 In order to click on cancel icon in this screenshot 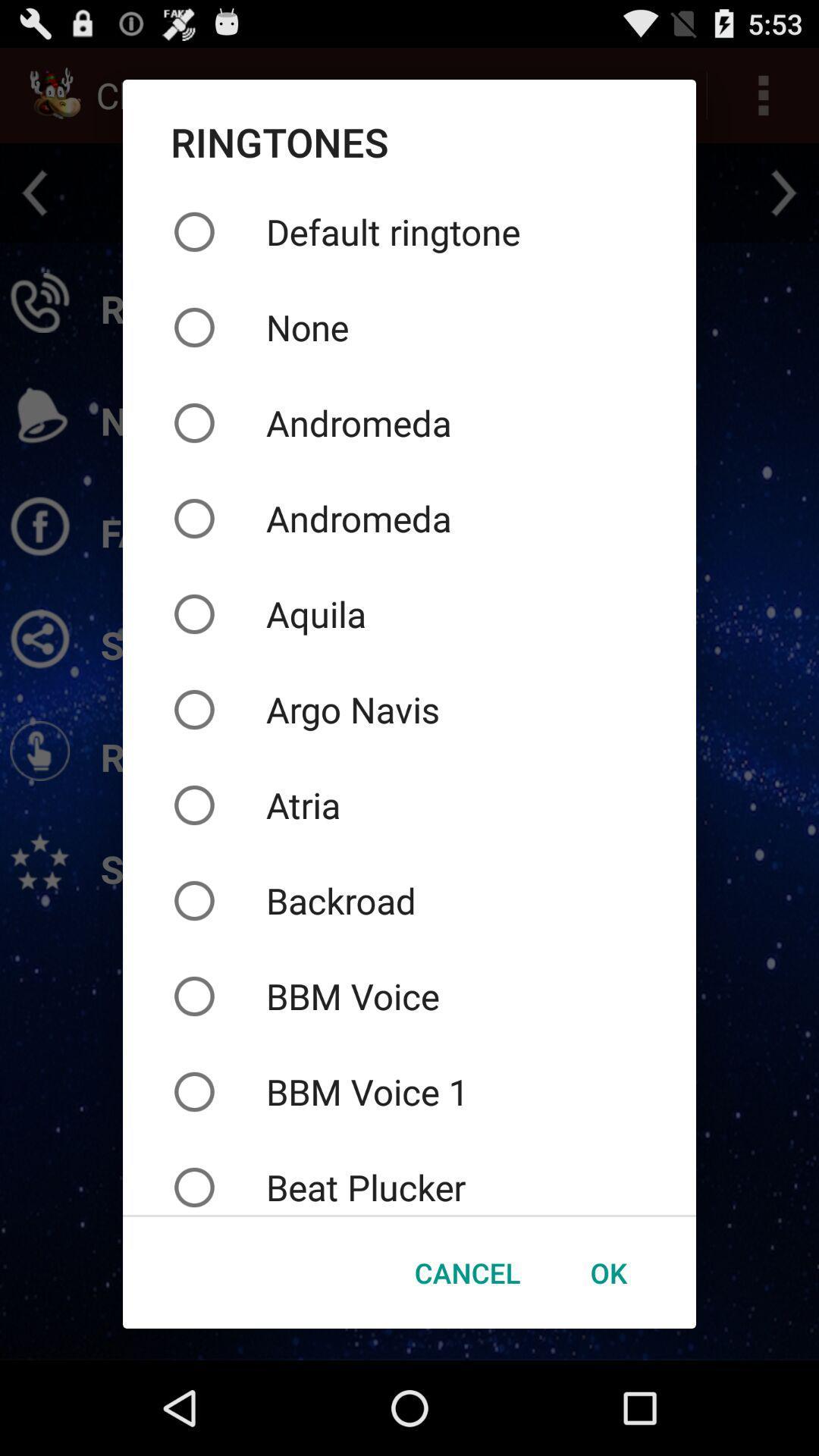, I will do `click(466, 1272)`.